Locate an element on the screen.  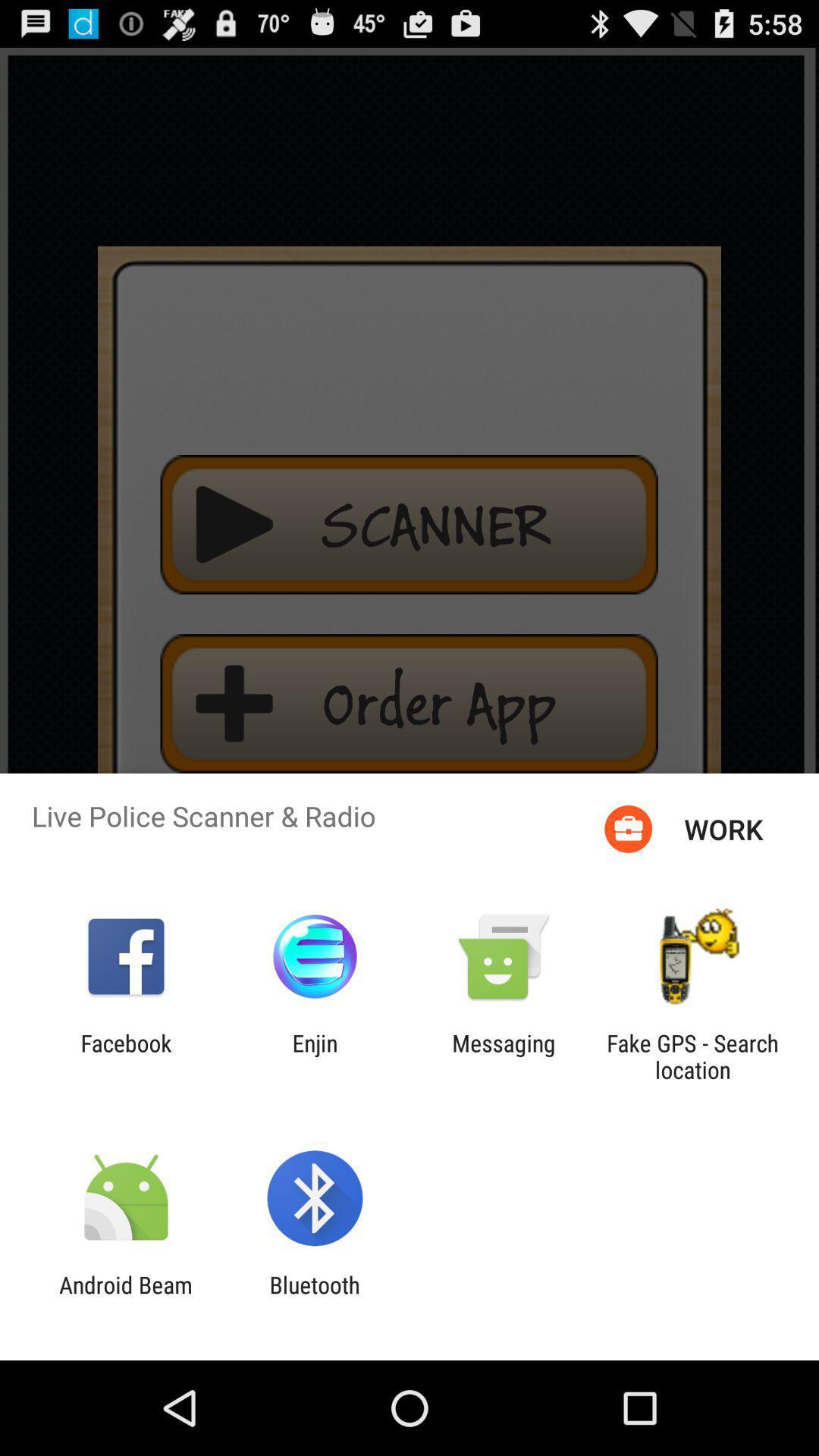
the app to the left of enjin app is located at coordinates (125, 1056).